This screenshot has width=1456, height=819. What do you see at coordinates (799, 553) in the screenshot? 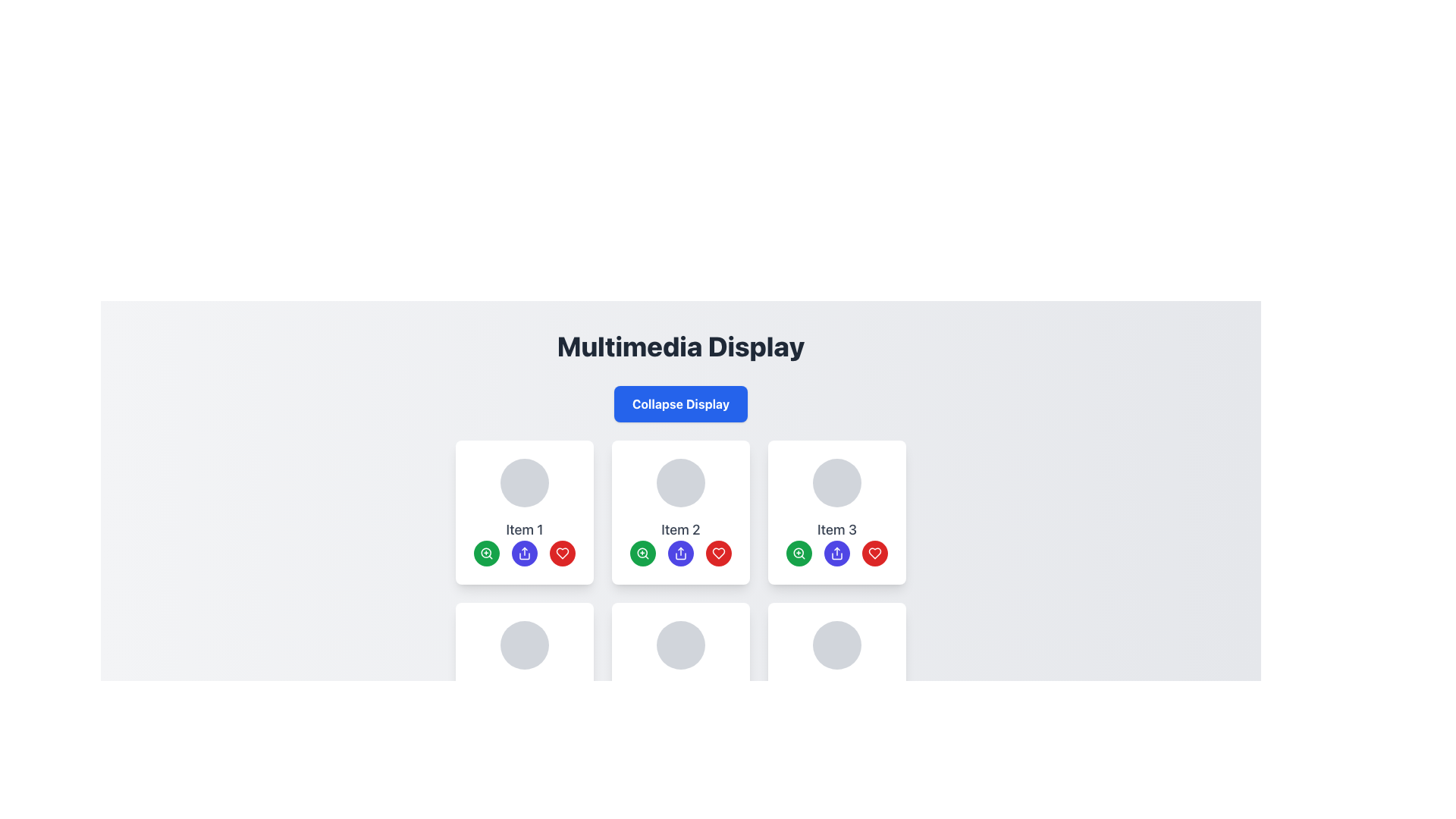
I see `the circular green zoom-in button with a white magnifying glass icon` at bounding box center [799, 553].